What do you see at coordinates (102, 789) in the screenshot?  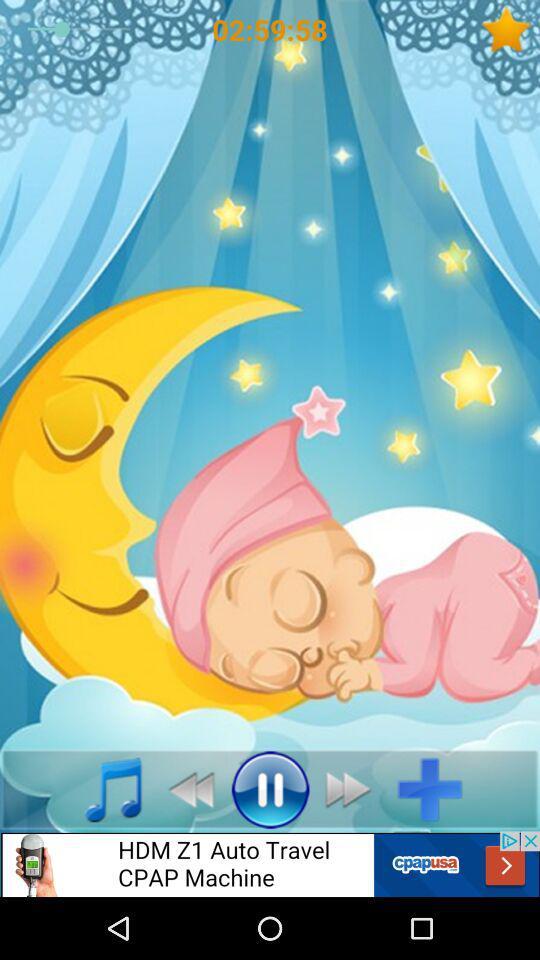 I see `a song` at bounding box center [102, 789].